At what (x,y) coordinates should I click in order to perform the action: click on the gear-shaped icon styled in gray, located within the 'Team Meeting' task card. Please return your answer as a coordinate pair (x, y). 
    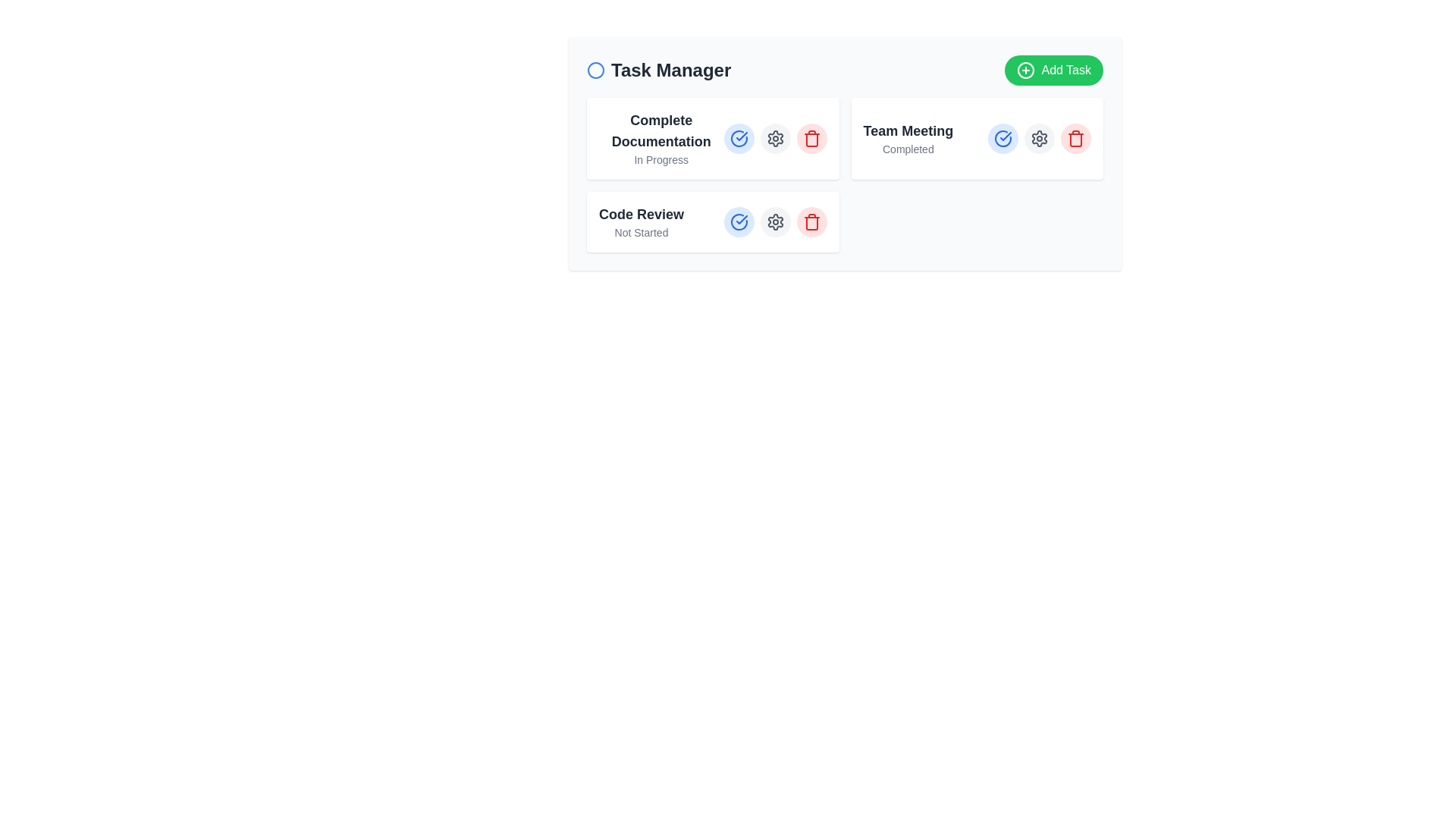
    Looking at the image, I should click on (1039, 138).